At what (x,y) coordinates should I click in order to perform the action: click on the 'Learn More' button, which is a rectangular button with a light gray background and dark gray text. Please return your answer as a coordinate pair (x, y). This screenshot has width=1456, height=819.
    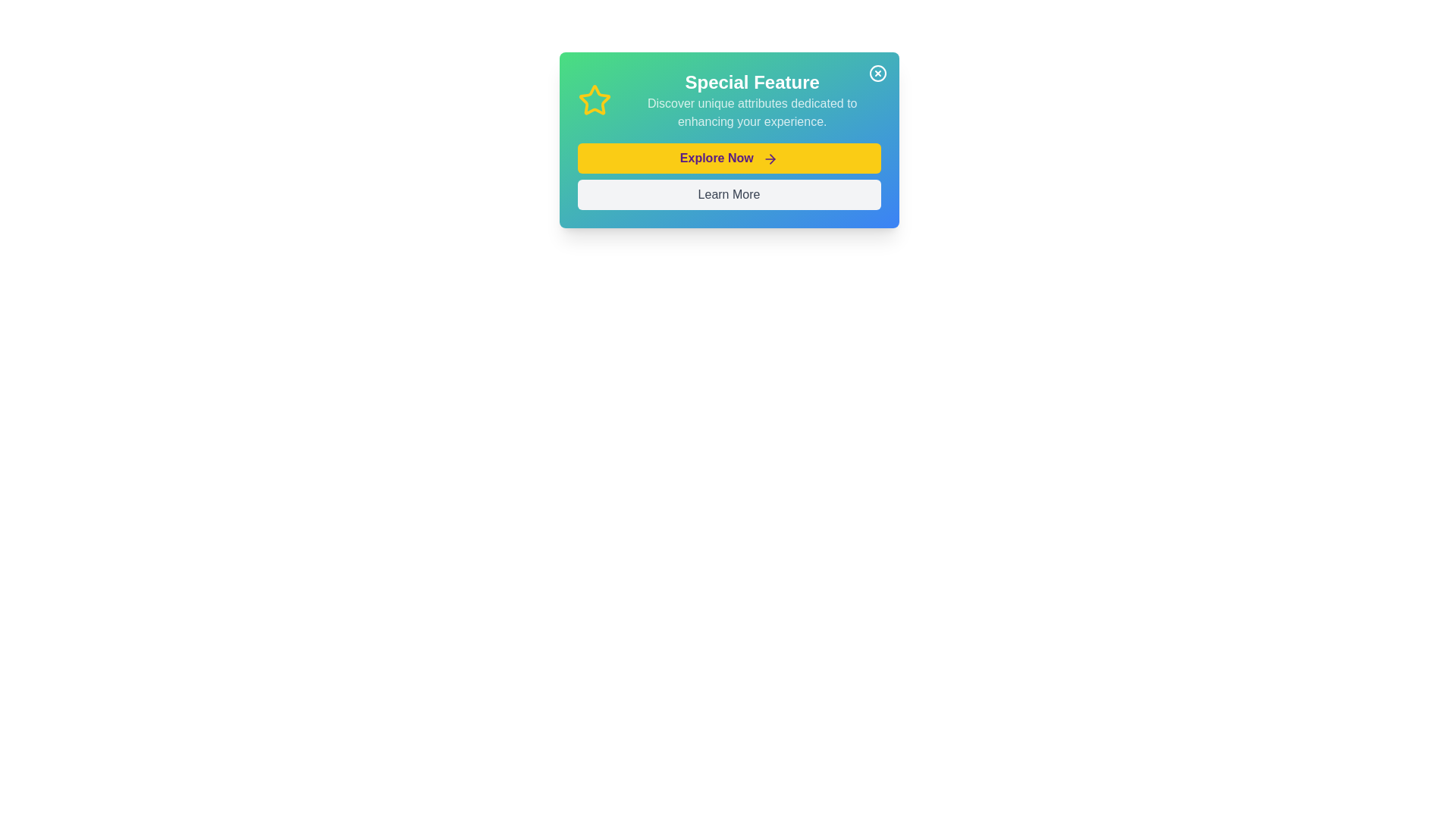
    Looking at the image, I should click on (729, 194).